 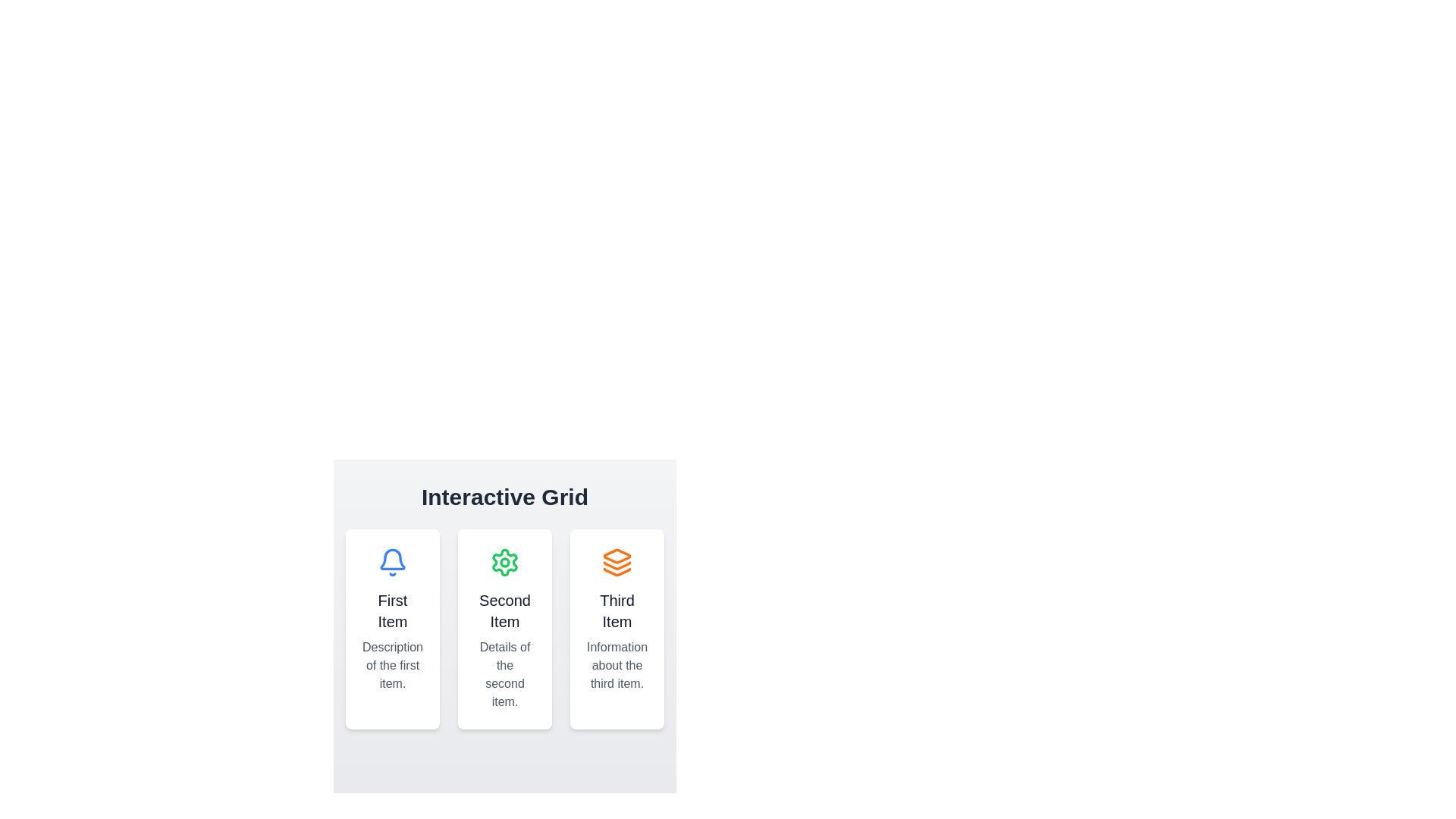 I want to click on the third card in the grid layout that visually represents the item with a title, icon, and description, so click(x=617, y=629).